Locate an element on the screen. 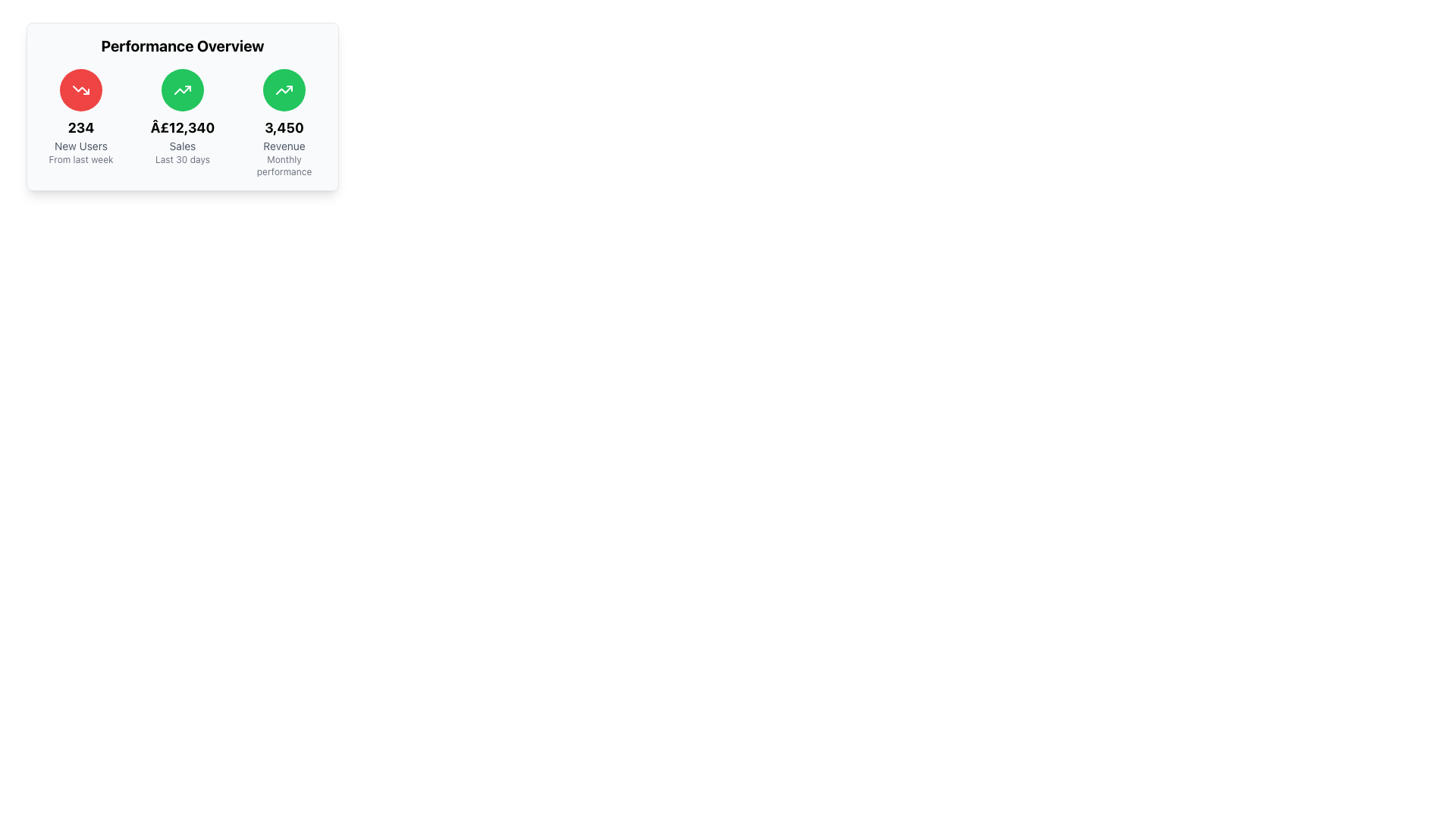  properties of the SVG graphical component (polyline) that visually represents an upward trend in performance metrics, located within the green circle on the right of the three performance indicators is located at coordinates (182, 90).